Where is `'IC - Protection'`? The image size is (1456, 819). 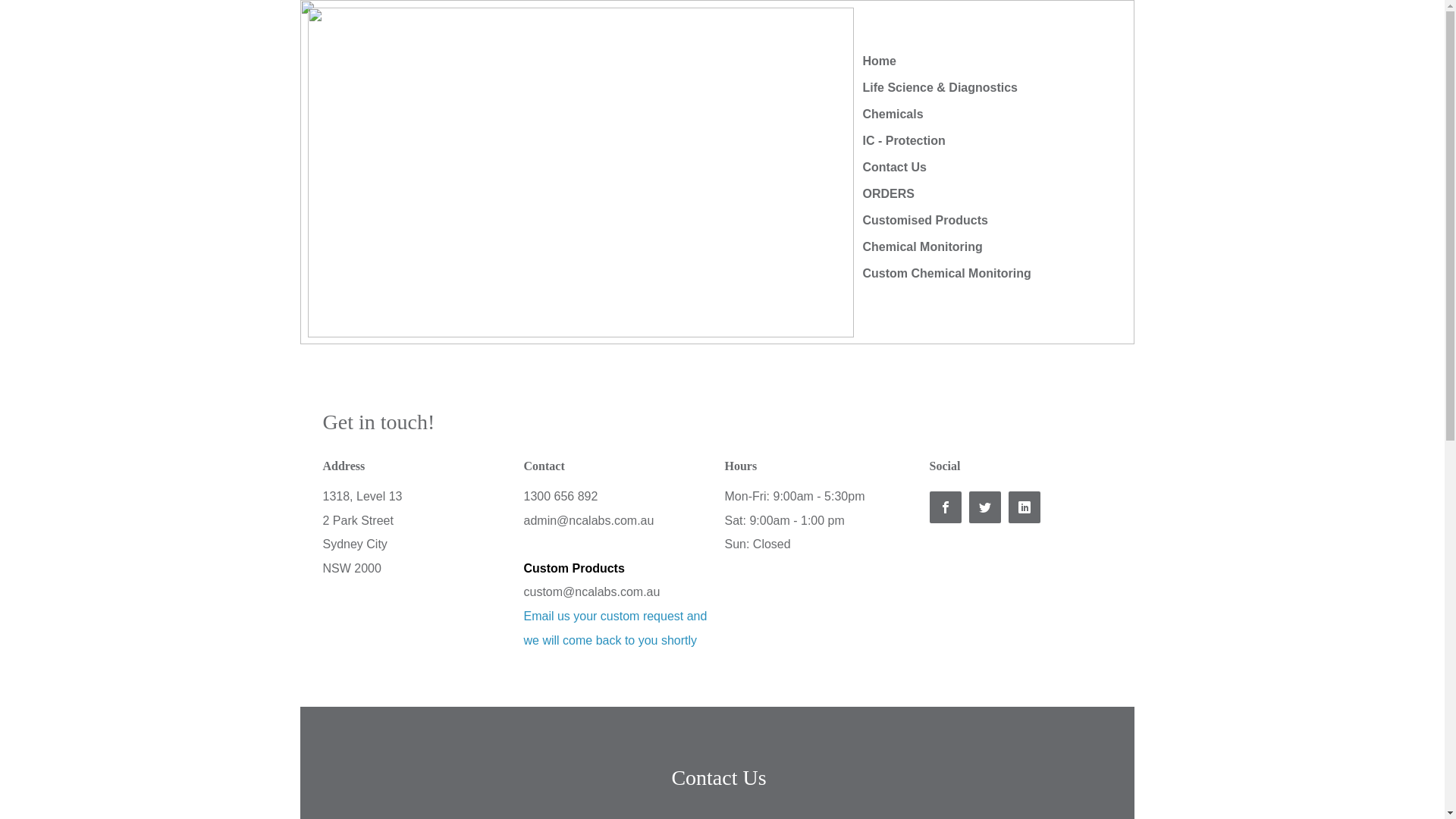
'IC - Protection' is located at coordinates (904, 140).